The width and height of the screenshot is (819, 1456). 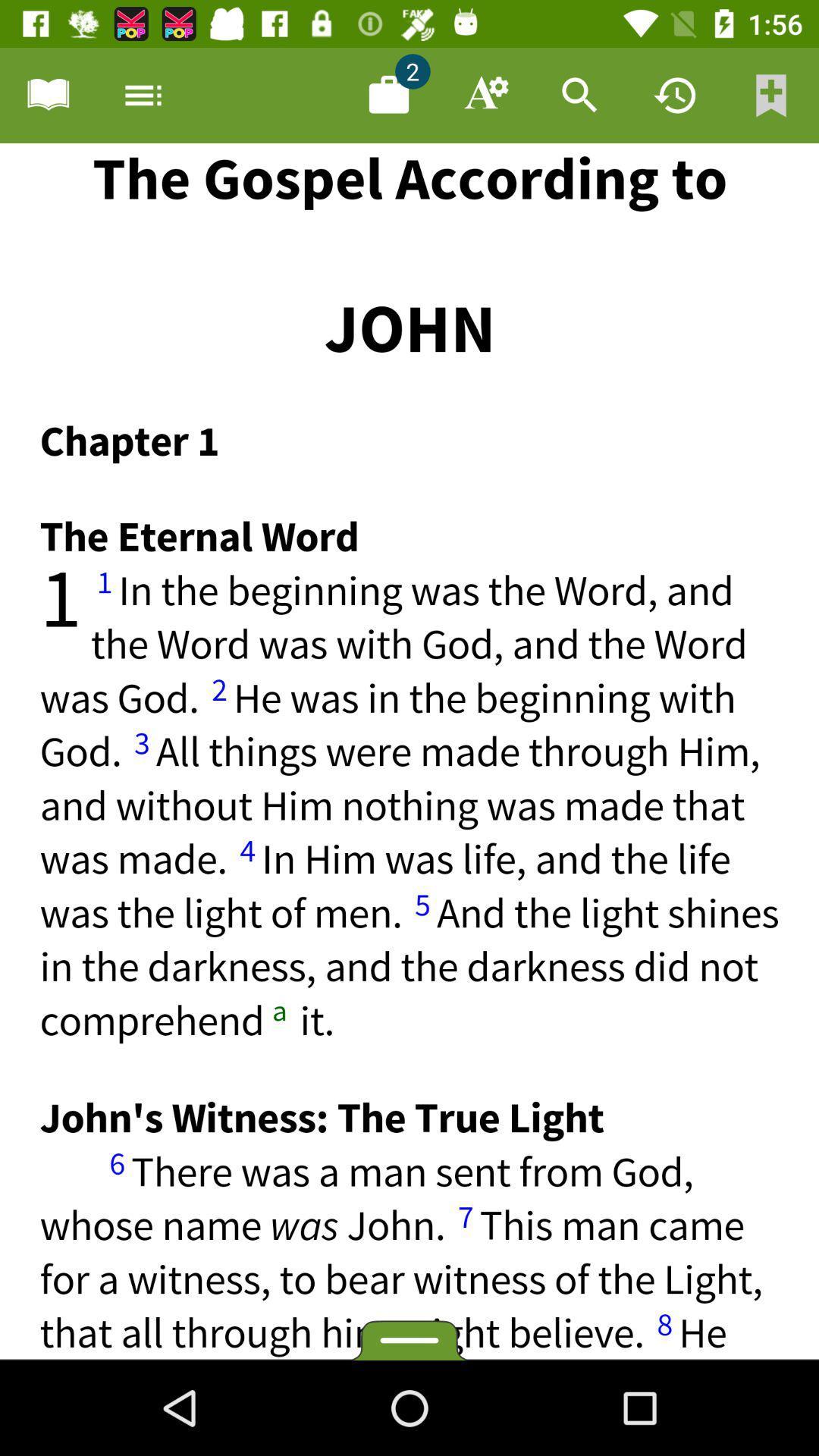 What do you see at coordinates (579, 94) in the screenshot?
I see `search` at bounding box center [579, 94].